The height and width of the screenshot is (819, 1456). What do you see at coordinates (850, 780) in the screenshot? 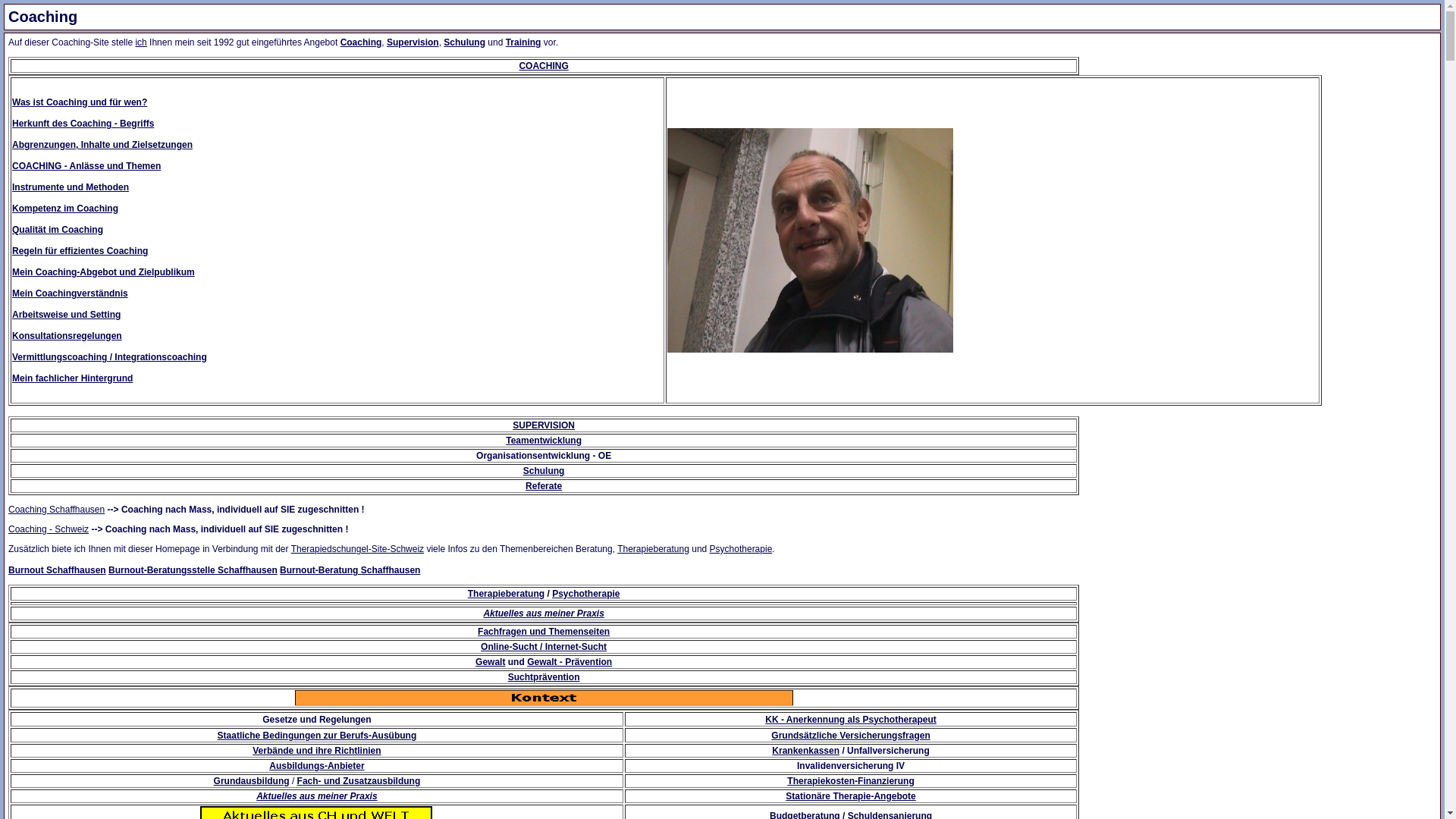
I see `'Therapiekosten-Finanzierung'` at bounding box center [850, 780].